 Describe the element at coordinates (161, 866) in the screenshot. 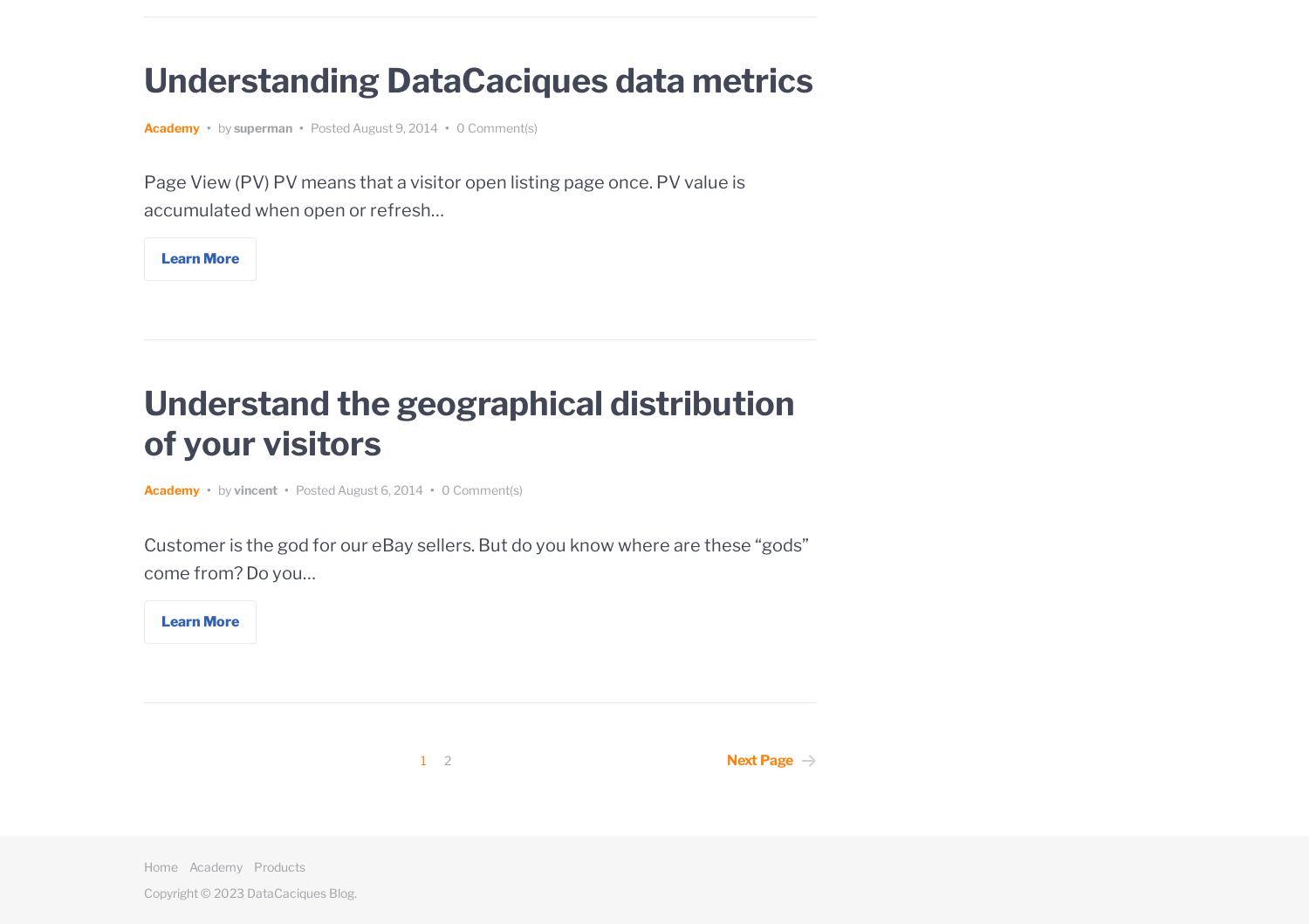

I see `'Home'` at that location.